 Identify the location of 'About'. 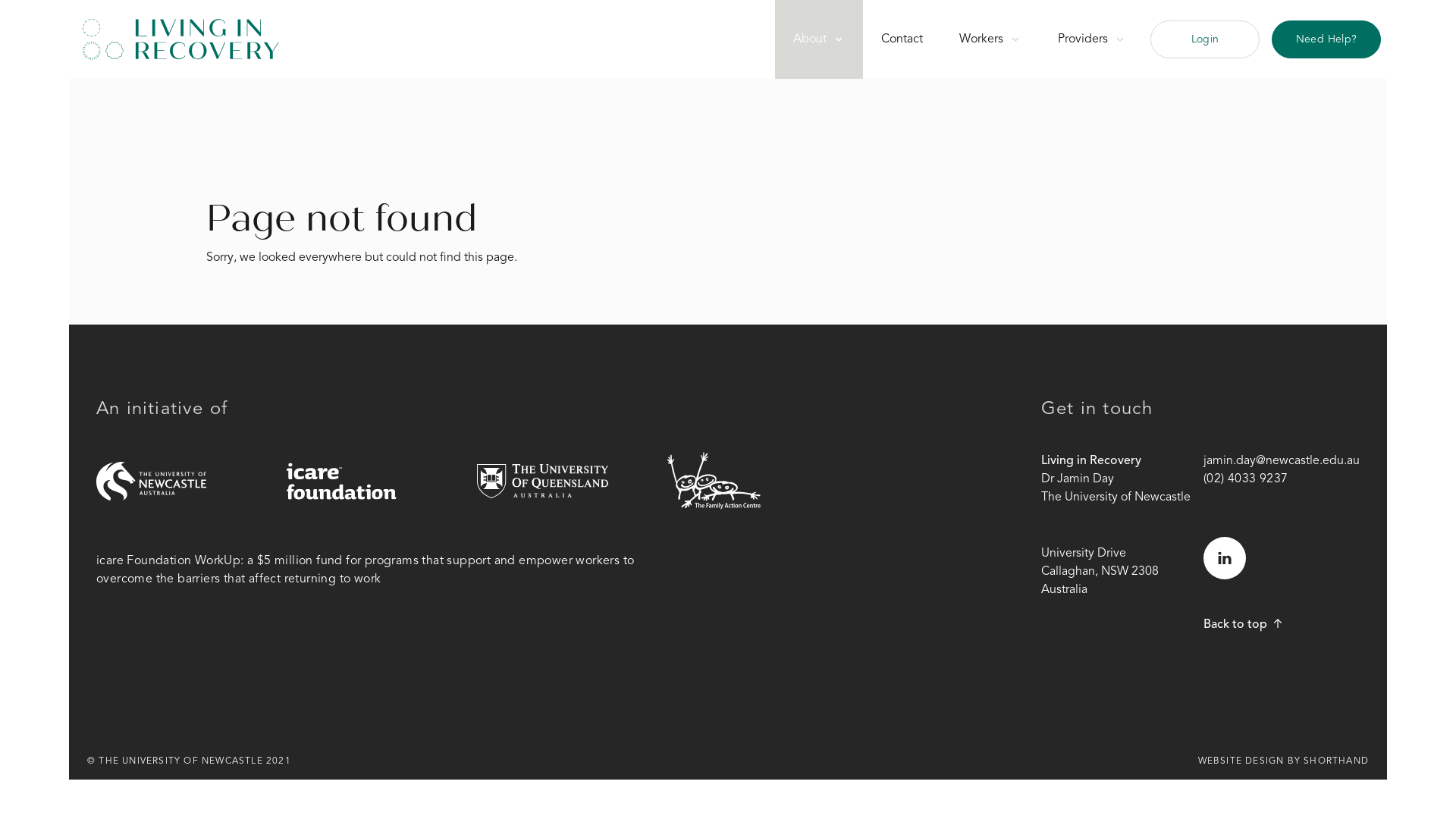
(818, 38).